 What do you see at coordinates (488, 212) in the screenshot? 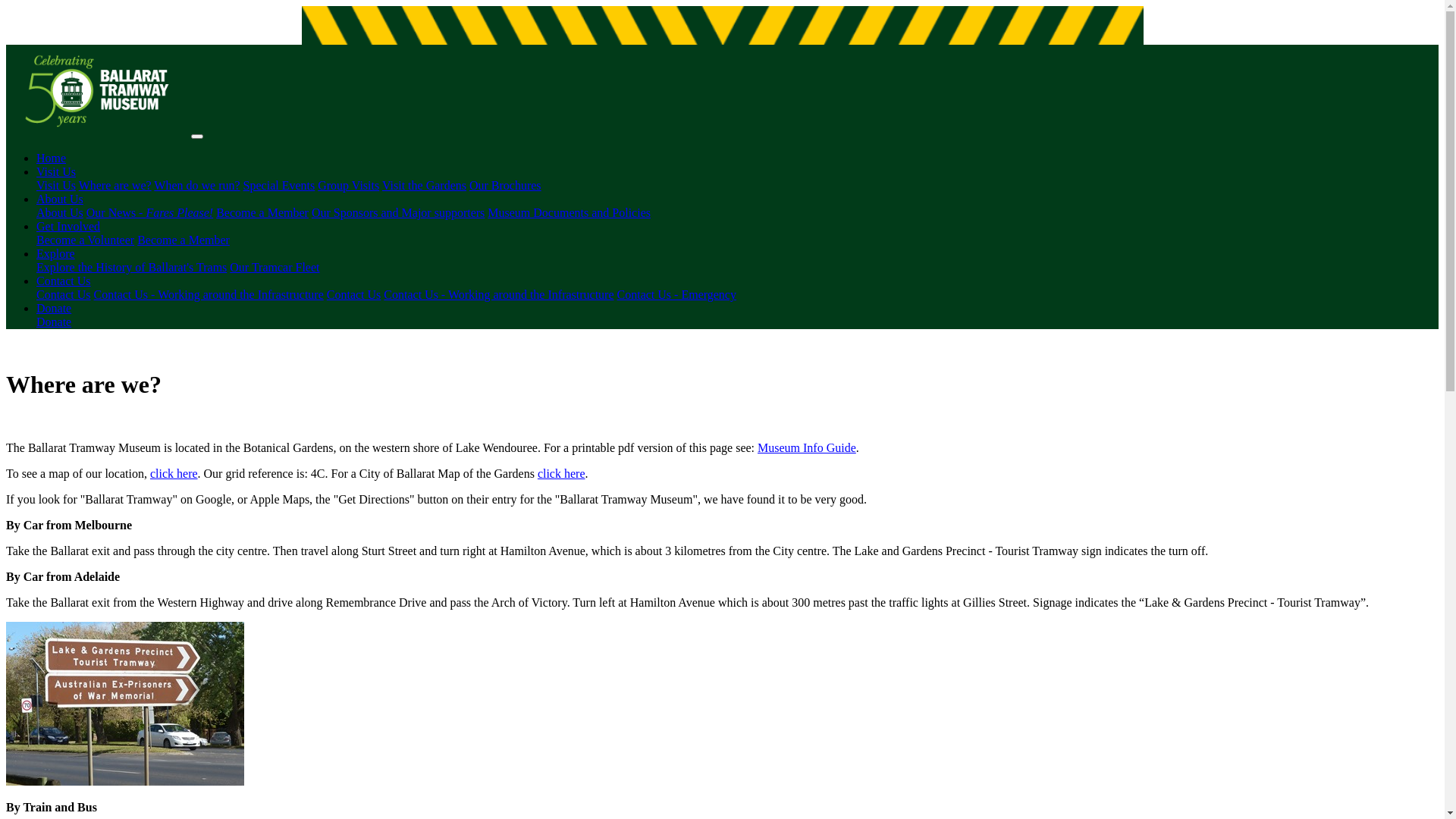
I see `'Museum Documents and Policies'` at bounding box center [488, 212].